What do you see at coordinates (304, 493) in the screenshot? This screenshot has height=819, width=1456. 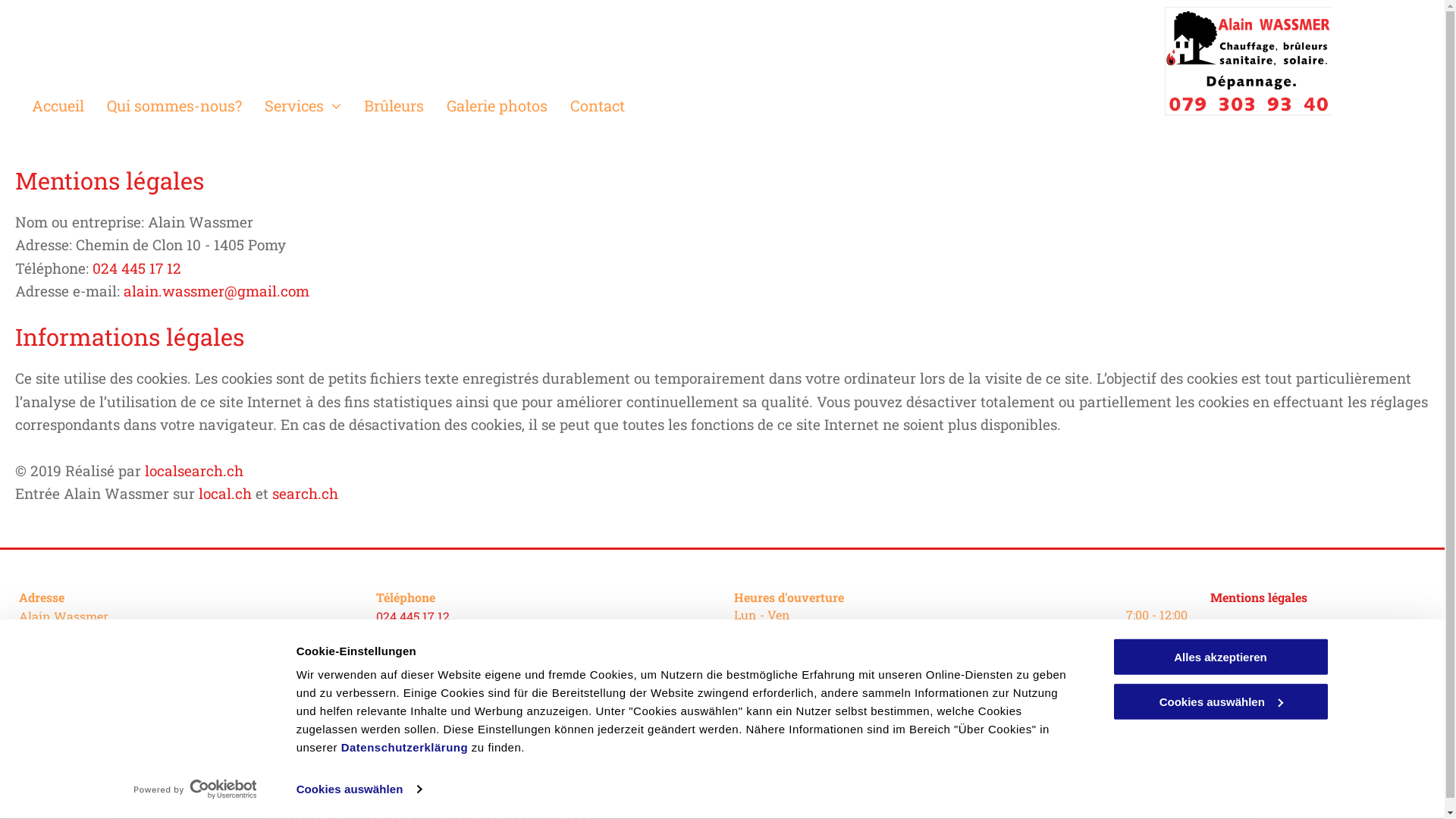 I see `'search.ch'` at bounding box center [304, 493].